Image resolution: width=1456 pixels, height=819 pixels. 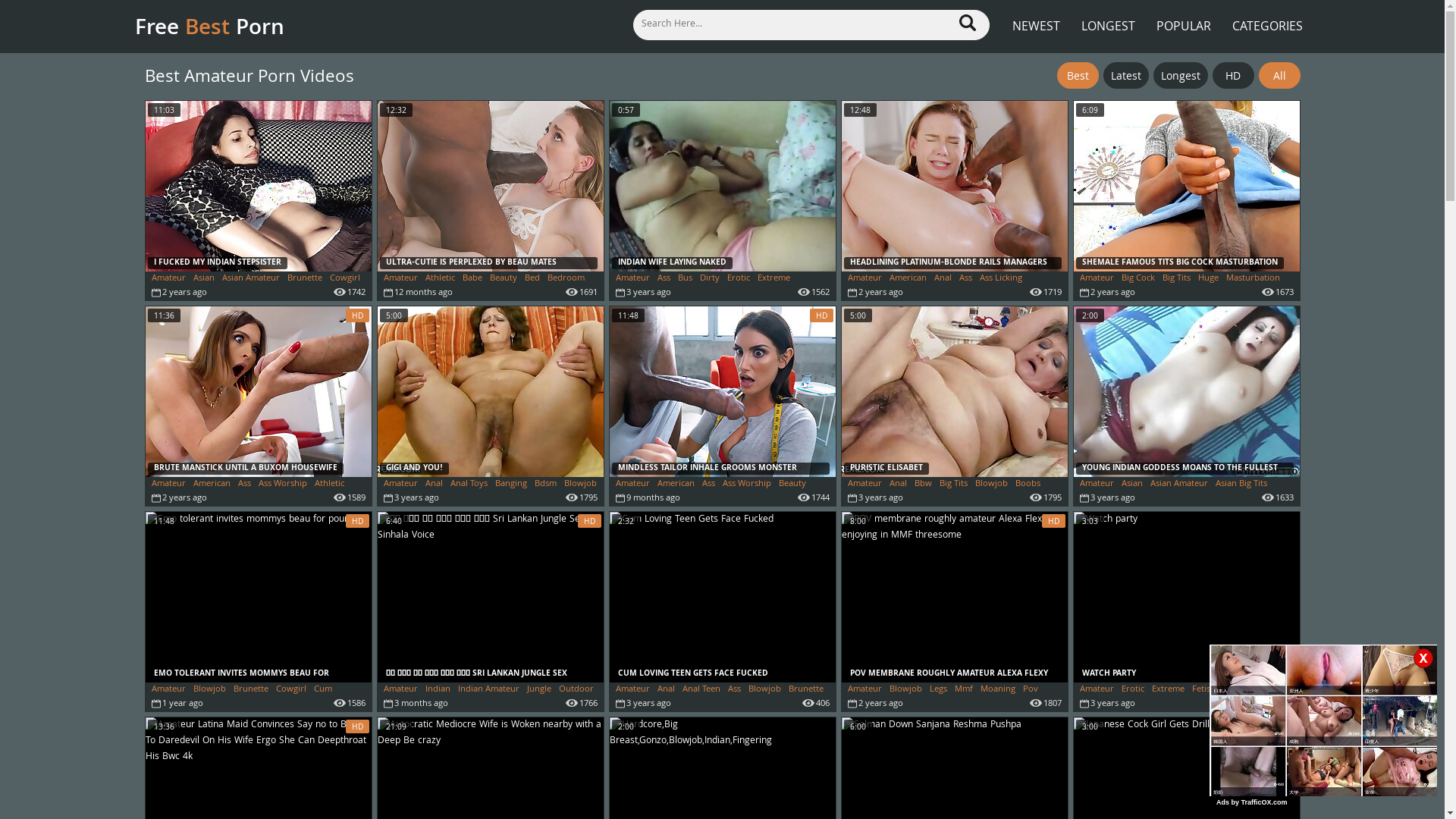 I want to click on 'CUM LOVING TEEN GETS FACE FUCKED', so click(x=722, y=596).